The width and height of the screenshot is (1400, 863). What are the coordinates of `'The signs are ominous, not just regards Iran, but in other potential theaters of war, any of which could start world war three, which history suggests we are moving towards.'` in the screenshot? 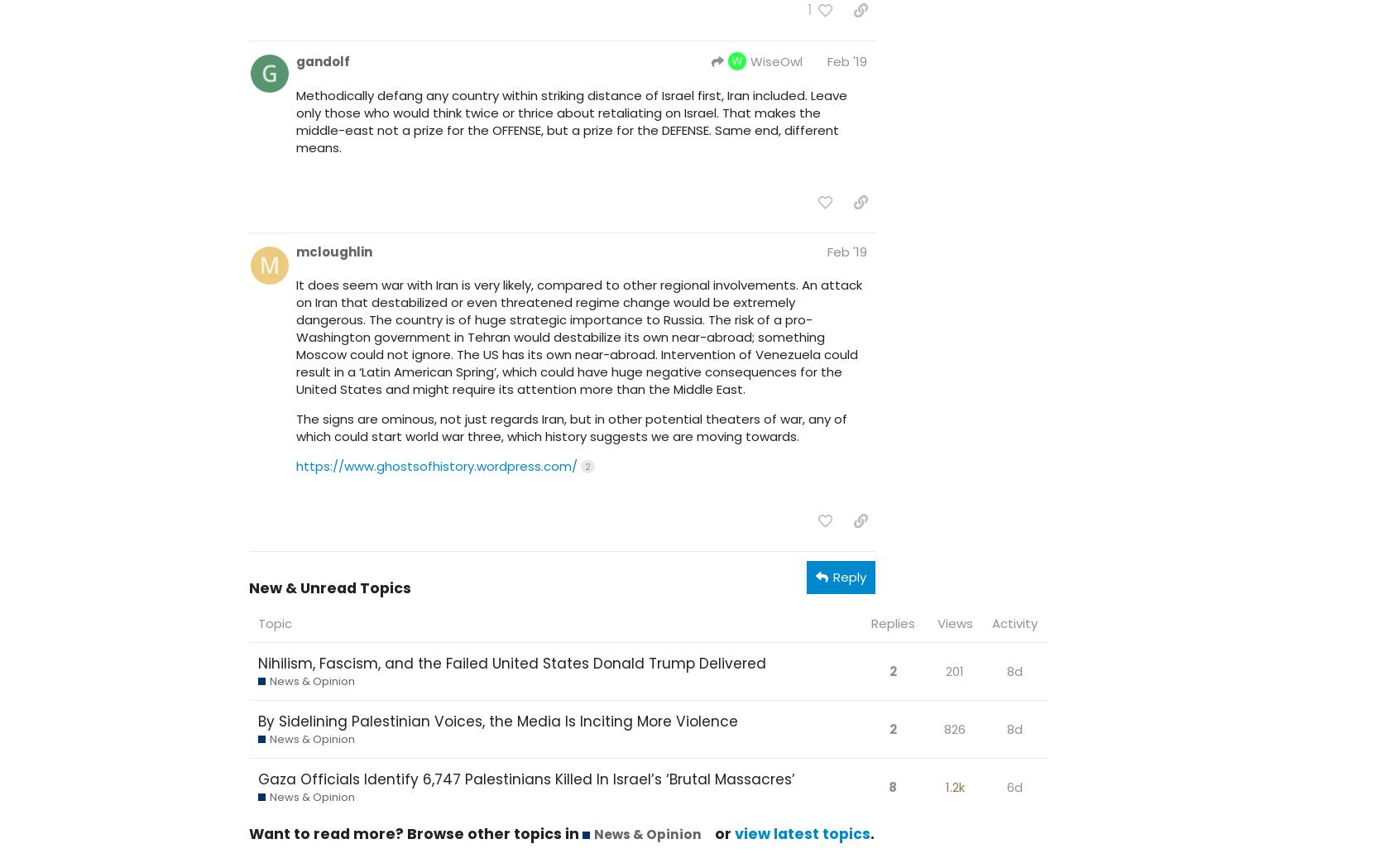 It's located at (572, 425).